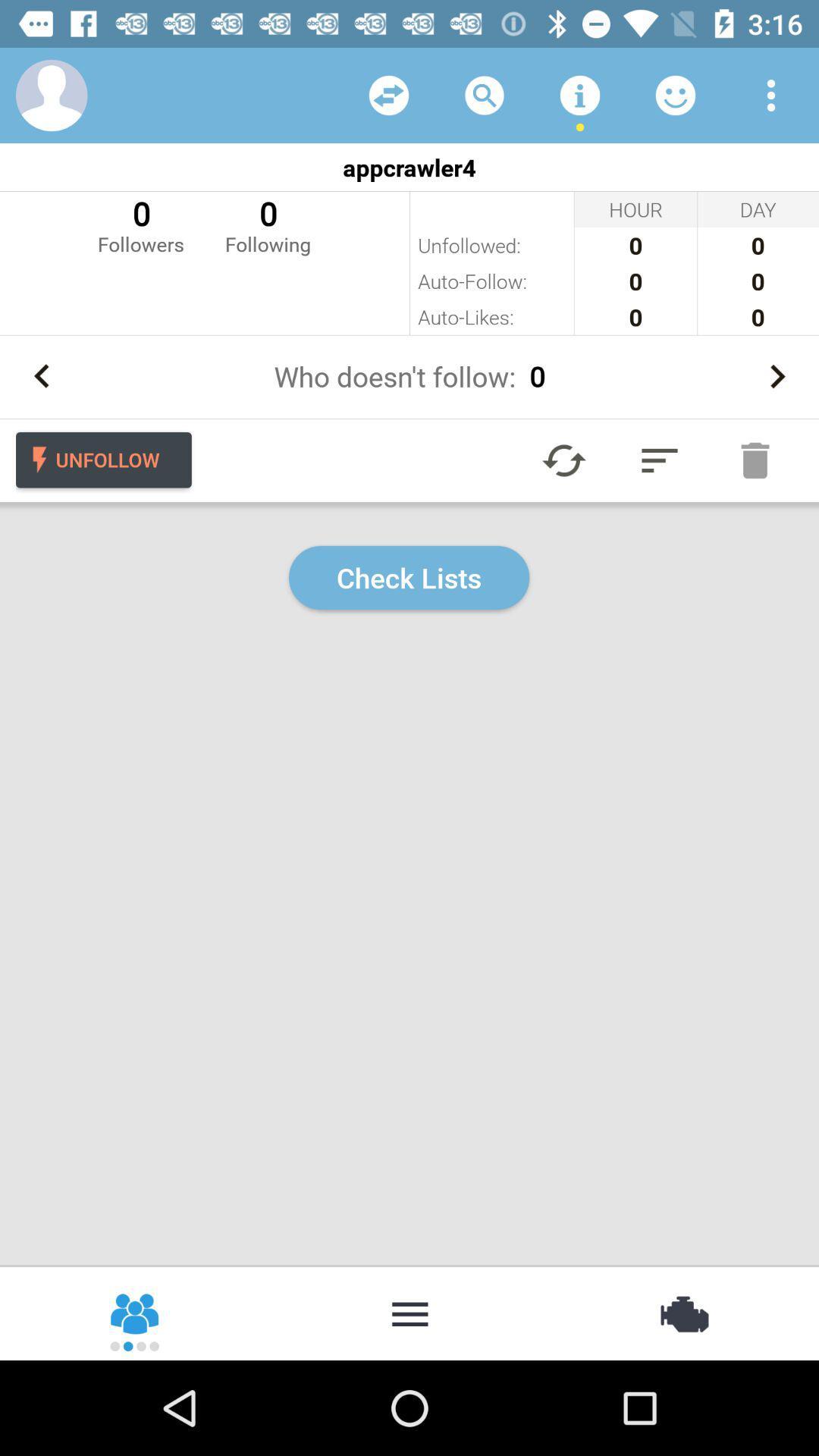  What do you see at coordinates (755, 460) in the screenshot?
I see `delete` at bounding box center [755, 460].